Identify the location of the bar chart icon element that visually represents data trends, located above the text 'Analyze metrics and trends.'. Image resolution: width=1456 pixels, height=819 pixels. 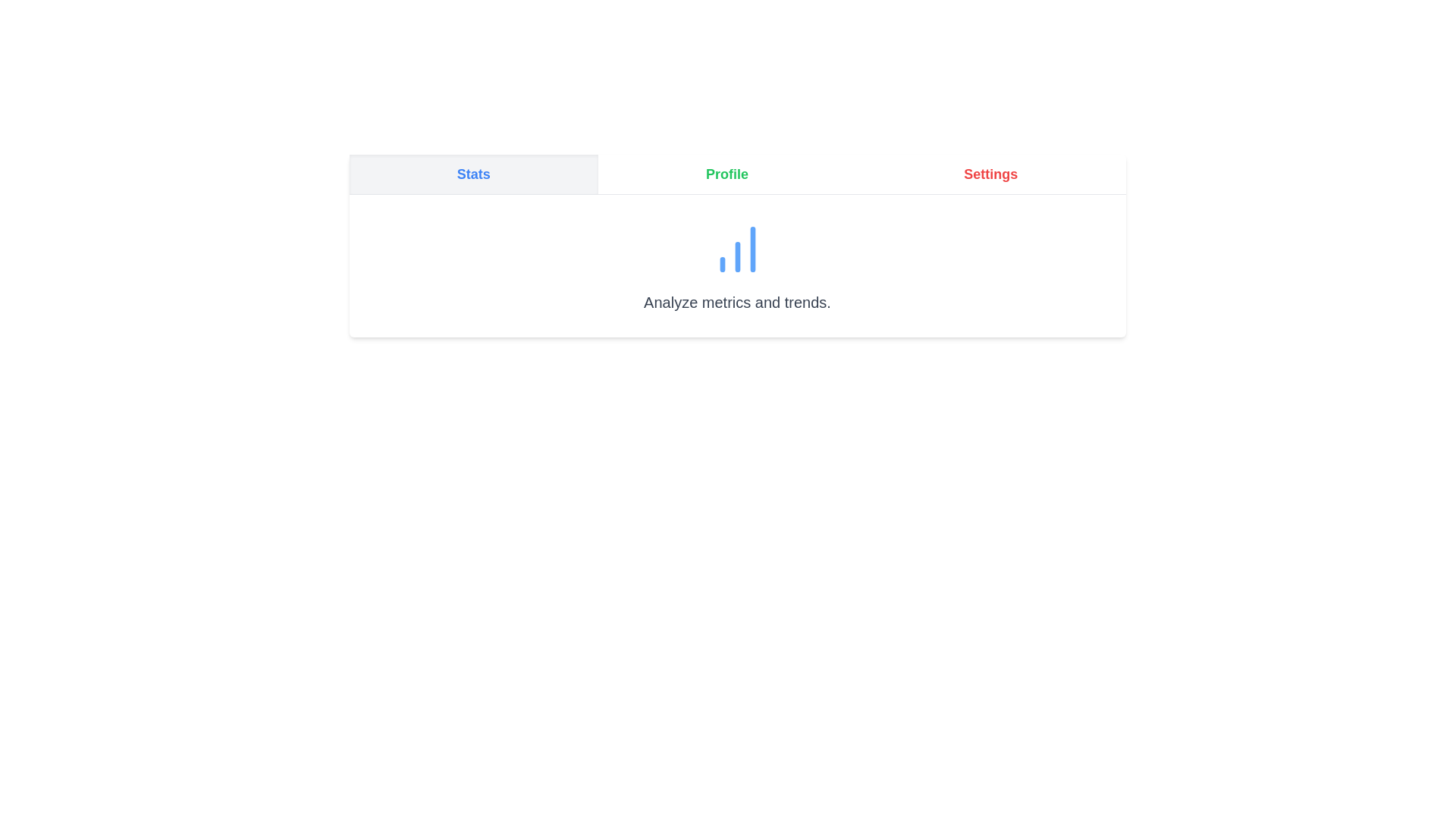
(737, 248).